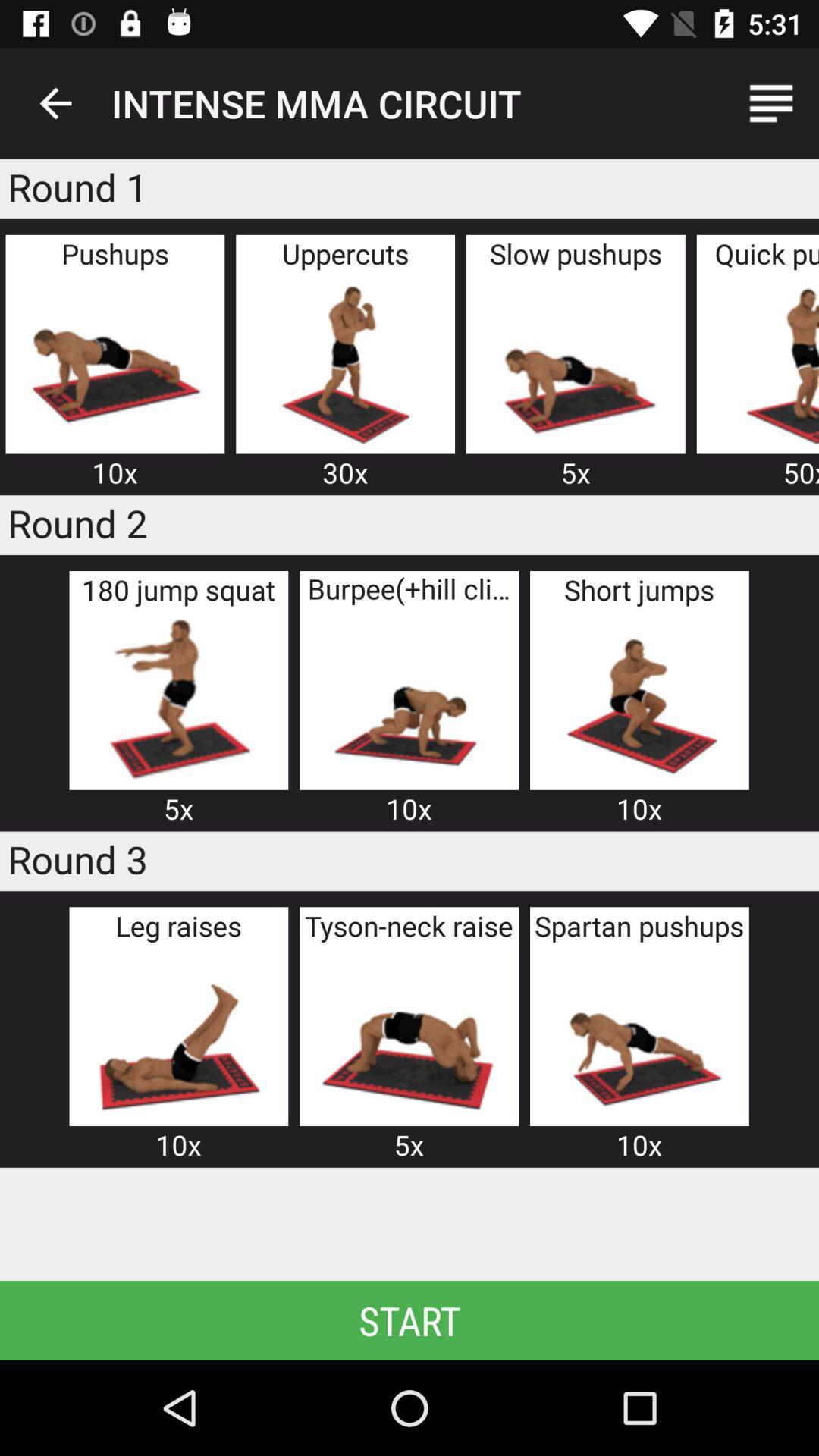  I want to click on image of person doing uppercuts motions, so click(345, 362).